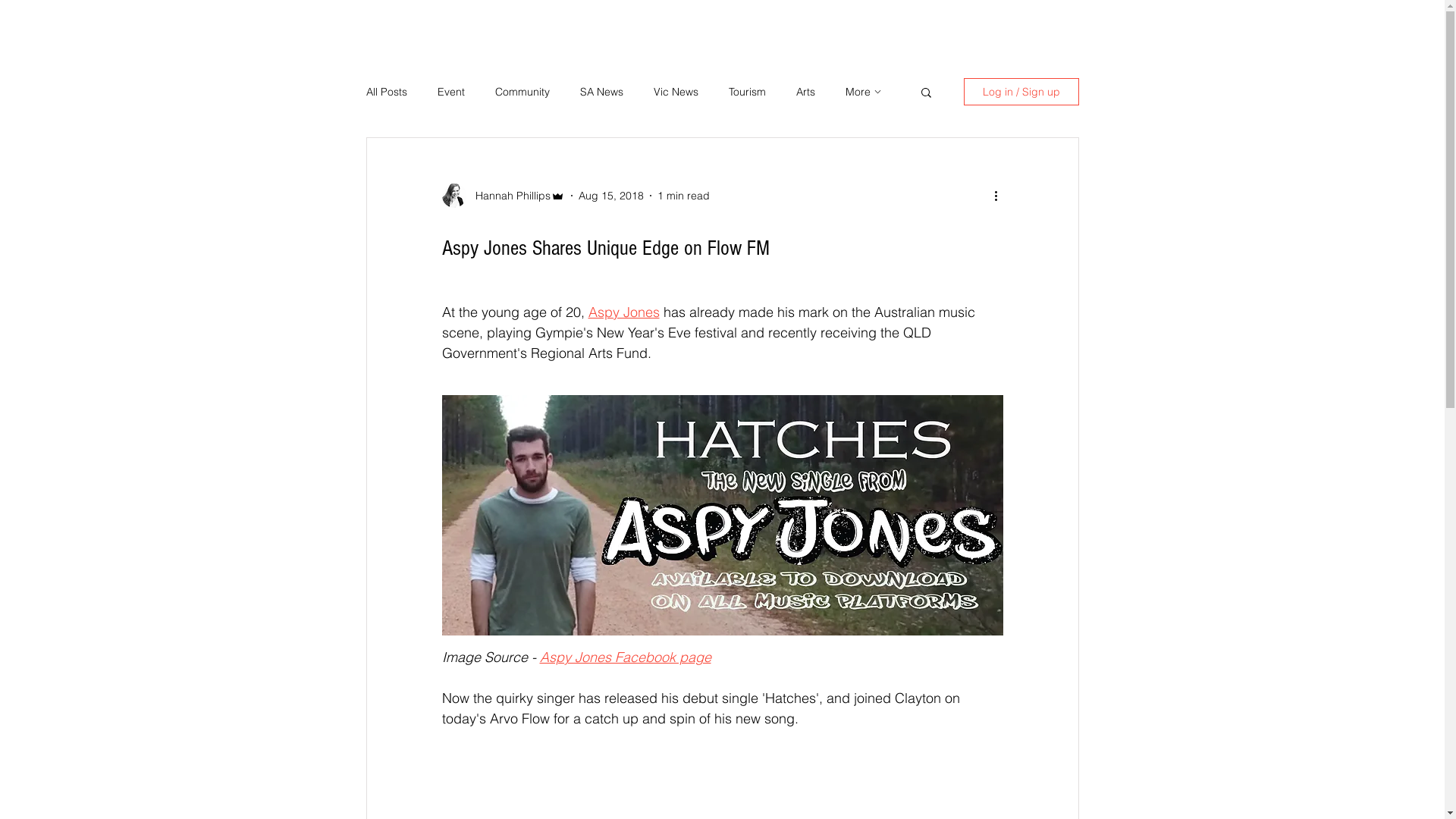 This screenshot has height=819, width=1456. What do you see at coordinates (805, 91) in the screenshot?
I see `'Arts'` at bounding box center [805, 91].